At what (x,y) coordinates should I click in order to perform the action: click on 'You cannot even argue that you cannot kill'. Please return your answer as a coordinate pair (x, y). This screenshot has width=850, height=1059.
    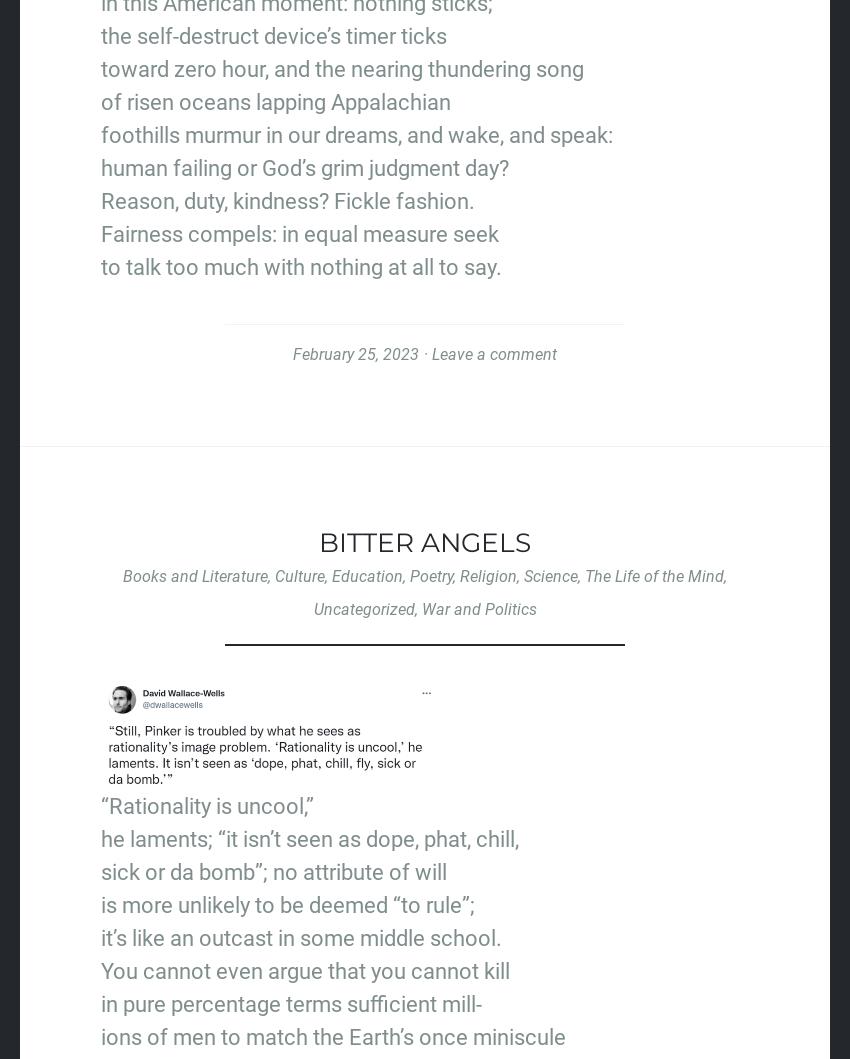
    Looking at the image, I should click on (99, 969).